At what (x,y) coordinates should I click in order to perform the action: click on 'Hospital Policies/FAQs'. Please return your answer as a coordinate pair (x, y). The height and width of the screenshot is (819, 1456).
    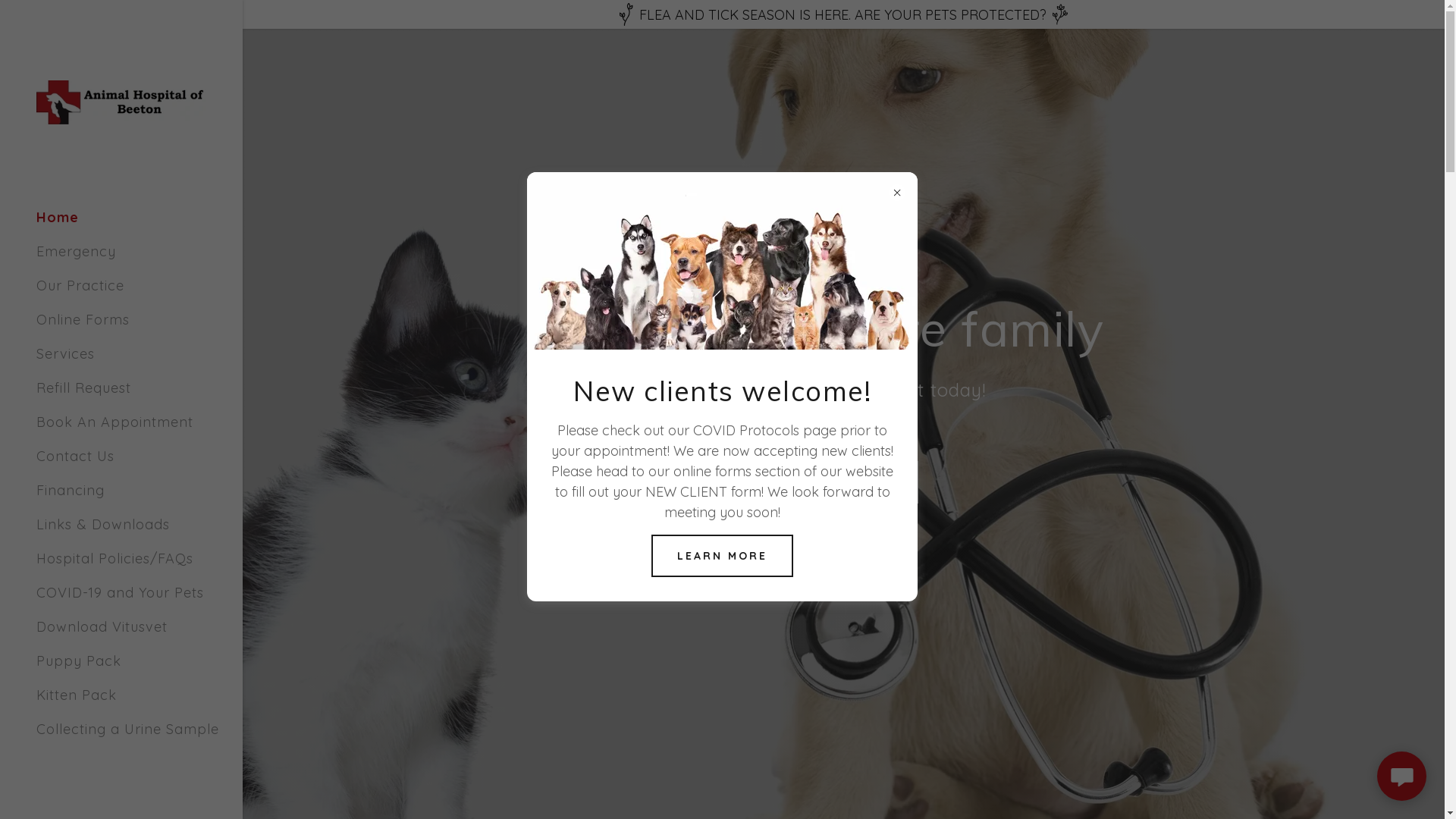
    Looking at the image, I should click on (114, 558).